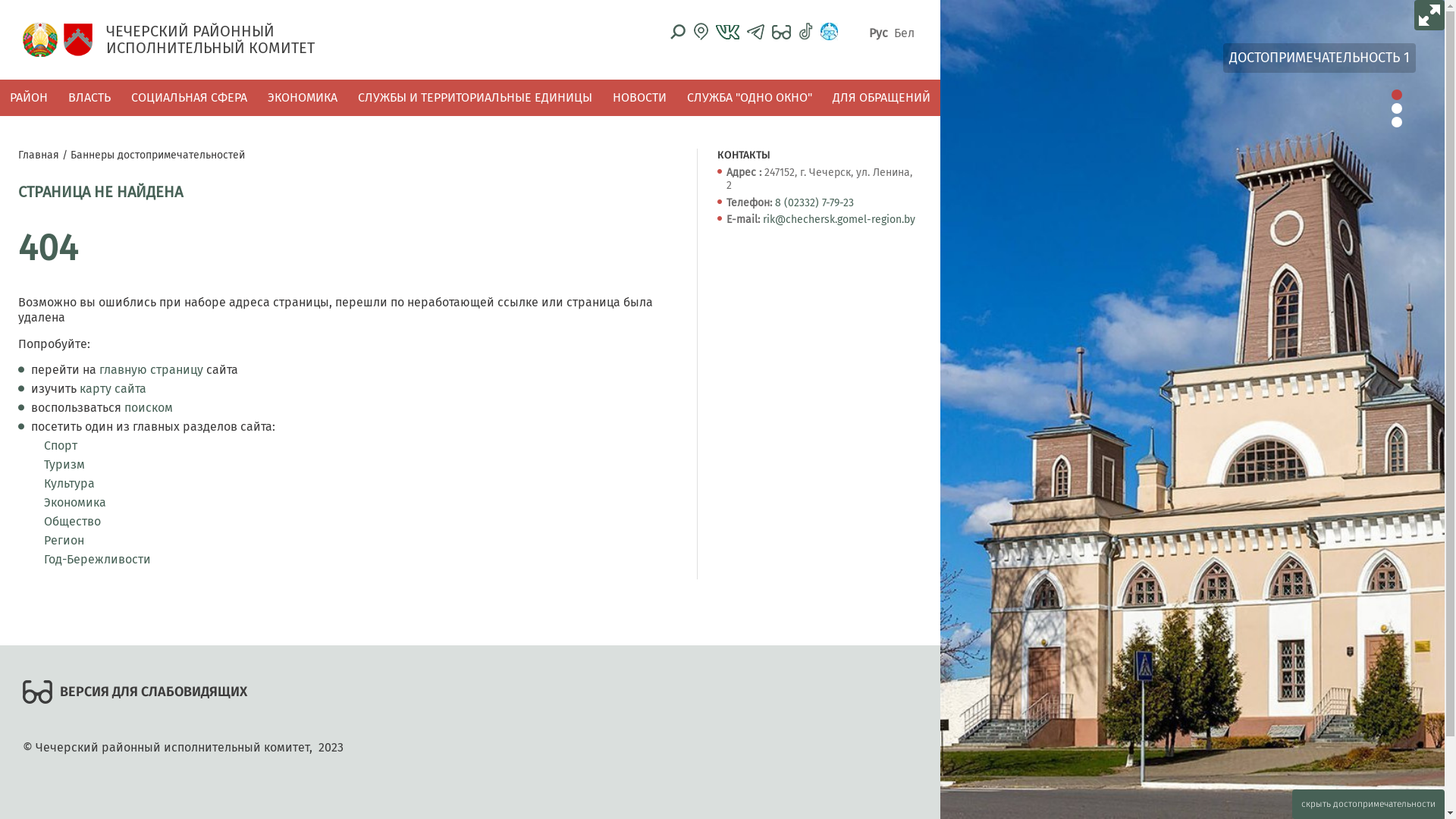 Image resolution: width=1456 pixels, height=819 pixels. Describe the element at coordinates (838, 219) in the screenshot. I see `'rik@chechersk.gomel-region.by'` at that location.